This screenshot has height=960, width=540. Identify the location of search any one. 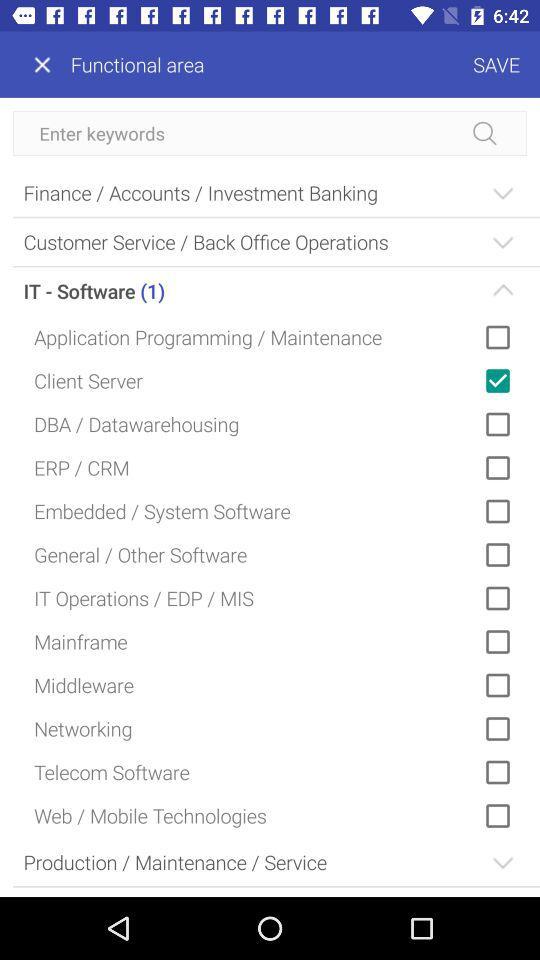
(270, 132).